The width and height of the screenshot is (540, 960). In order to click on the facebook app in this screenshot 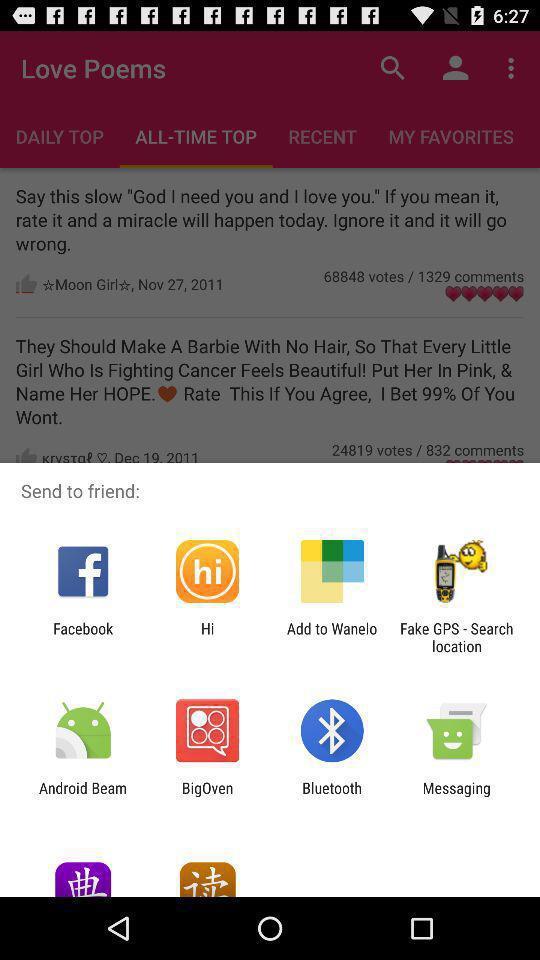, I will do `click(82, 636)`.